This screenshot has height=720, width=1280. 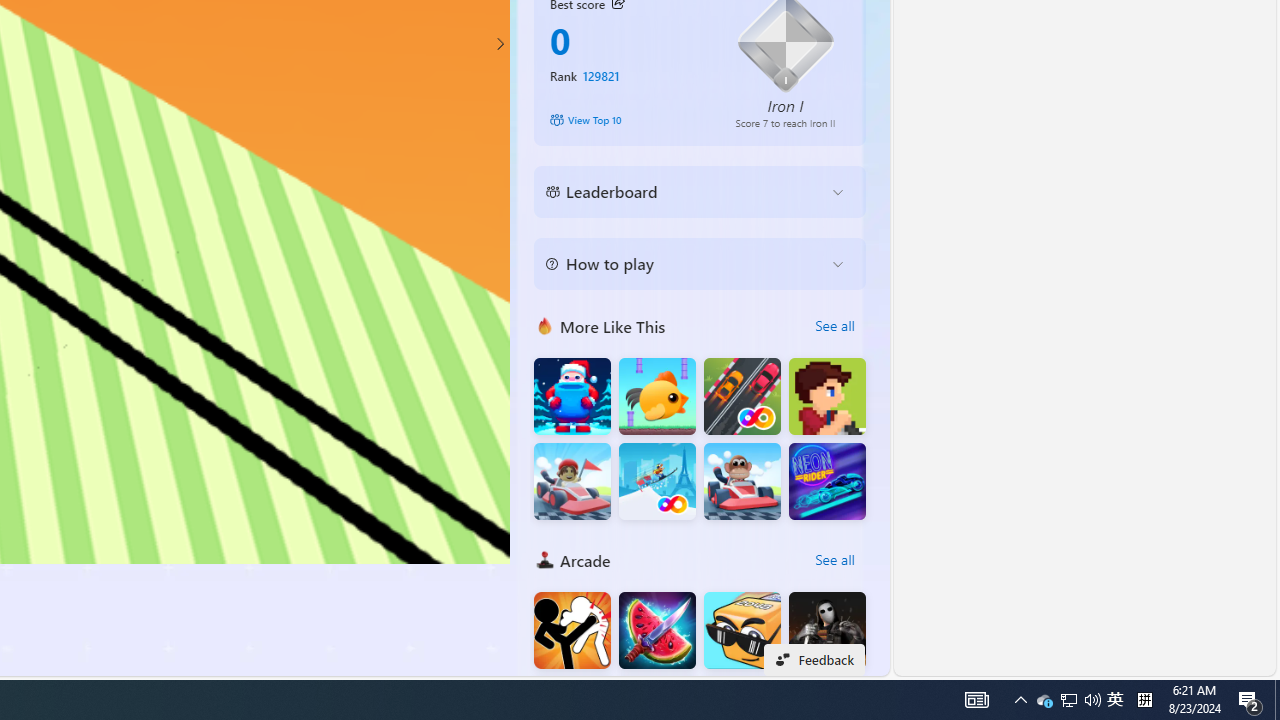 I want to click on 'Leaderboard', so click(x=684, y=191).